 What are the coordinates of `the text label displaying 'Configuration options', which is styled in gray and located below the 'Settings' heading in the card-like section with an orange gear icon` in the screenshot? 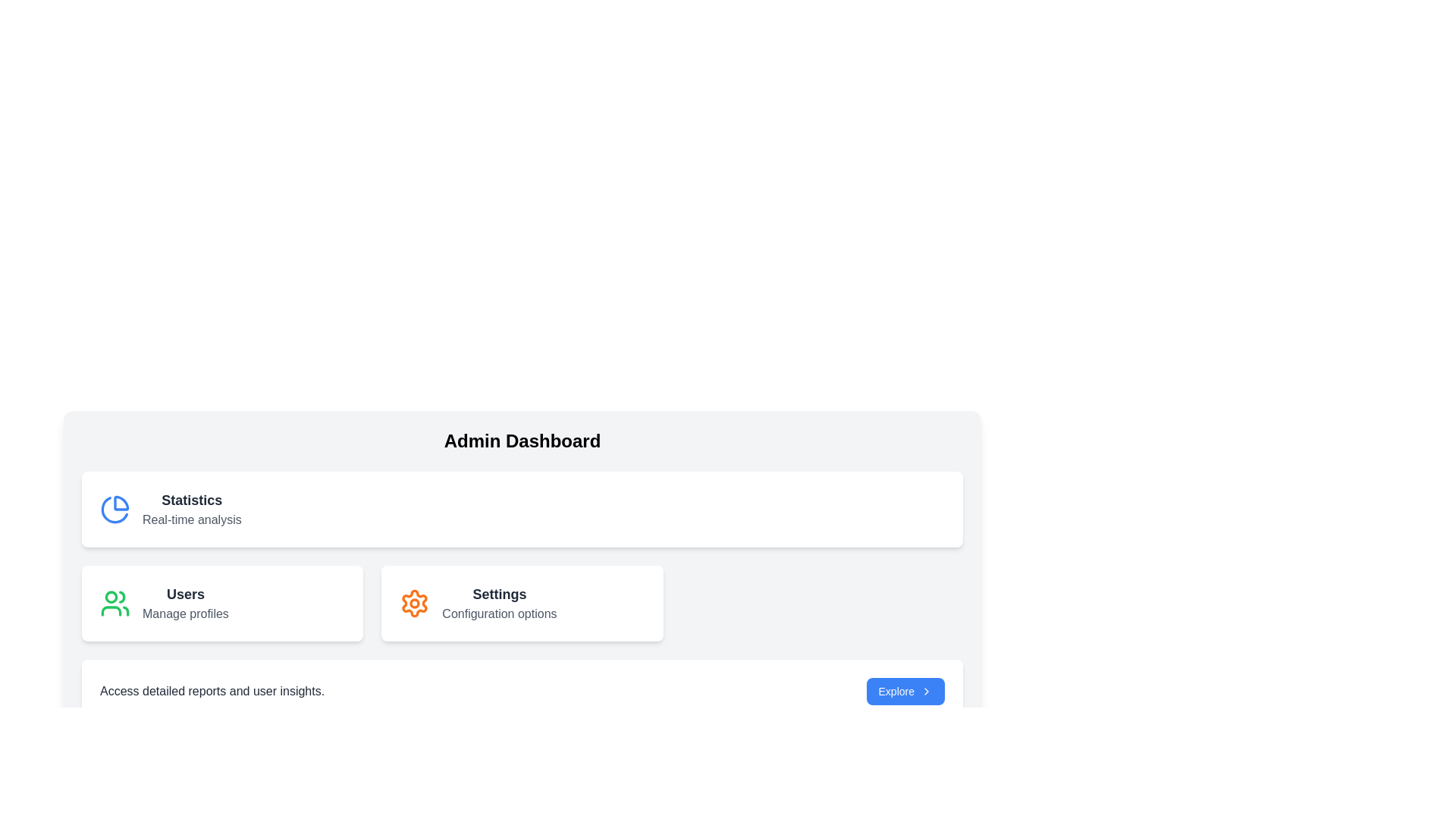 It's located at (499, 614).